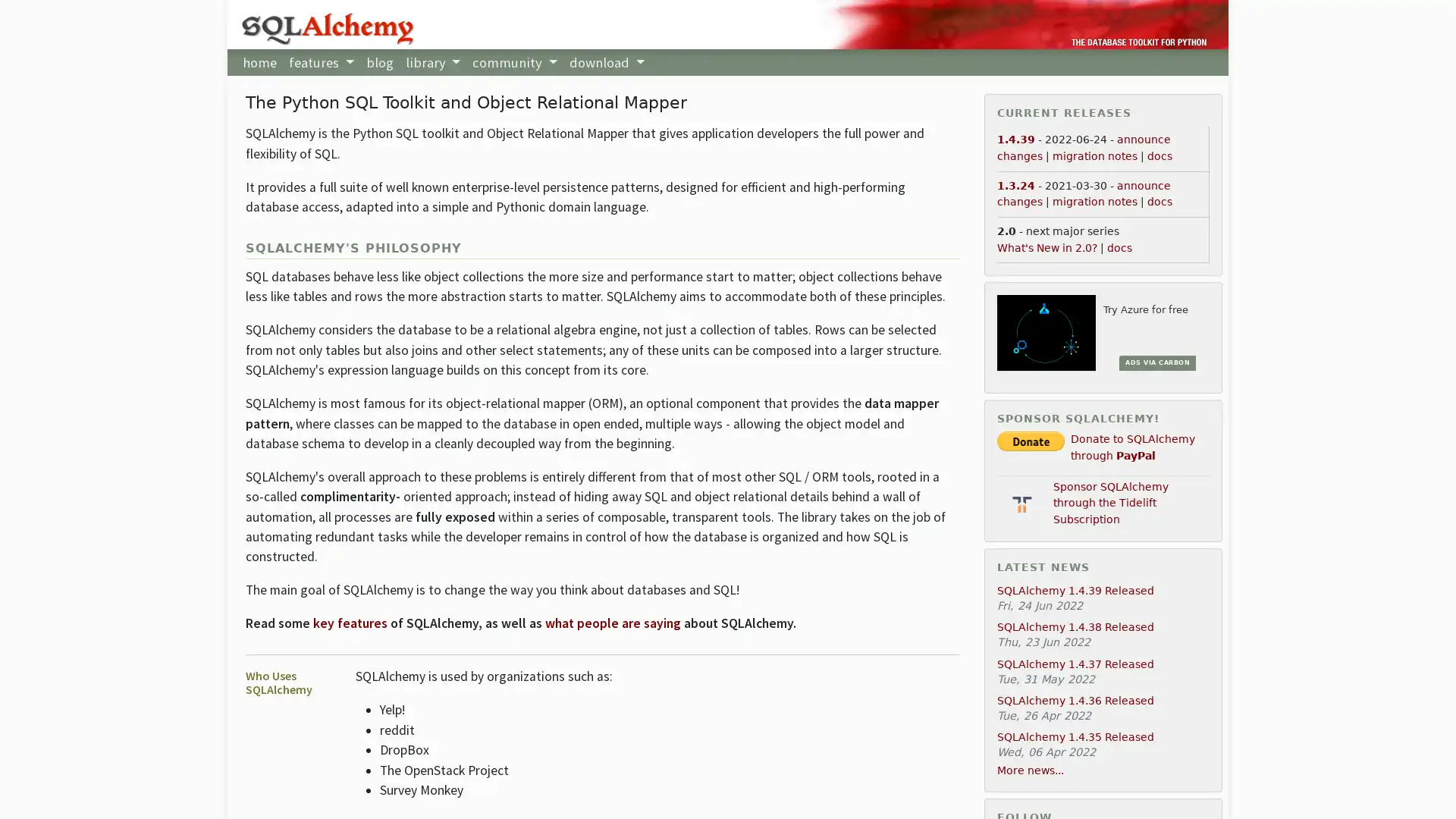 The width and height of the screenshot is (1456, 819). I want to click on features, so click(320, 61).